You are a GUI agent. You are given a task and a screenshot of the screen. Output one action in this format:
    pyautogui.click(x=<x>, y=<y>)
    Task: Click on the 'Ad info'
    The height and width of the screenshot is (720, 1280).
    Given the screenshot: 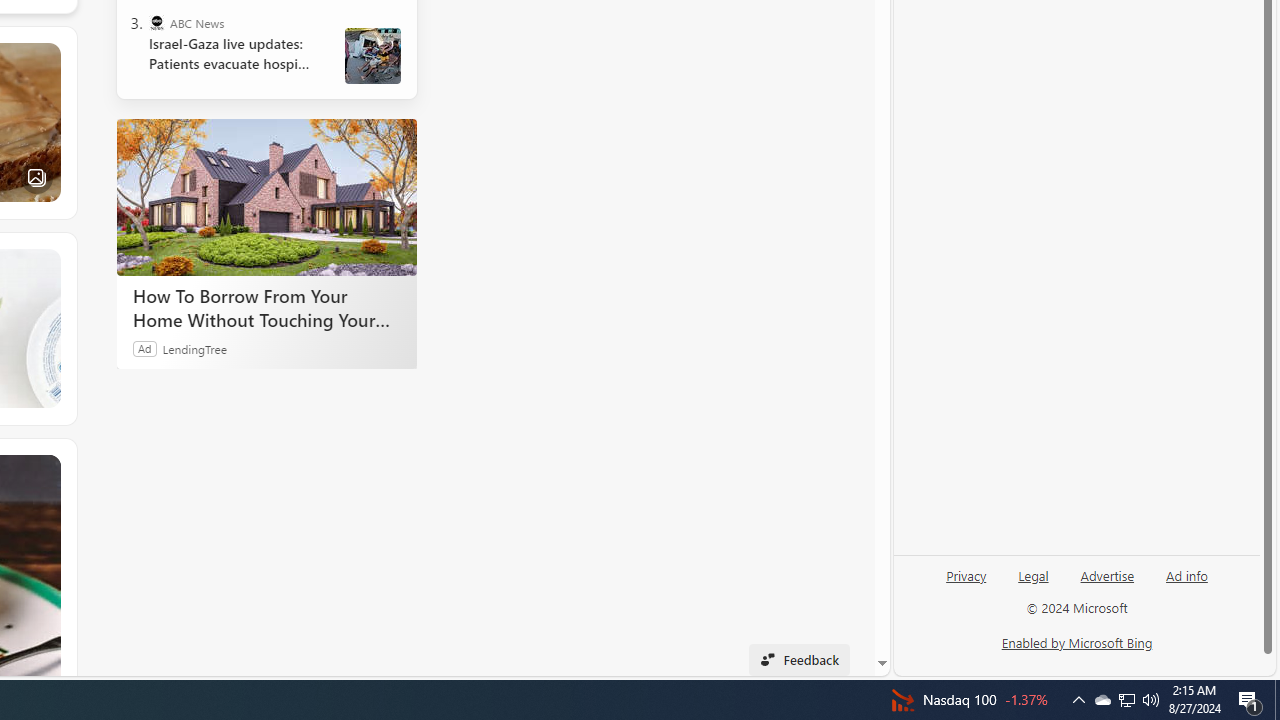 What is the action you would take?
    pyautogui.click(x=1187, y=574)
    